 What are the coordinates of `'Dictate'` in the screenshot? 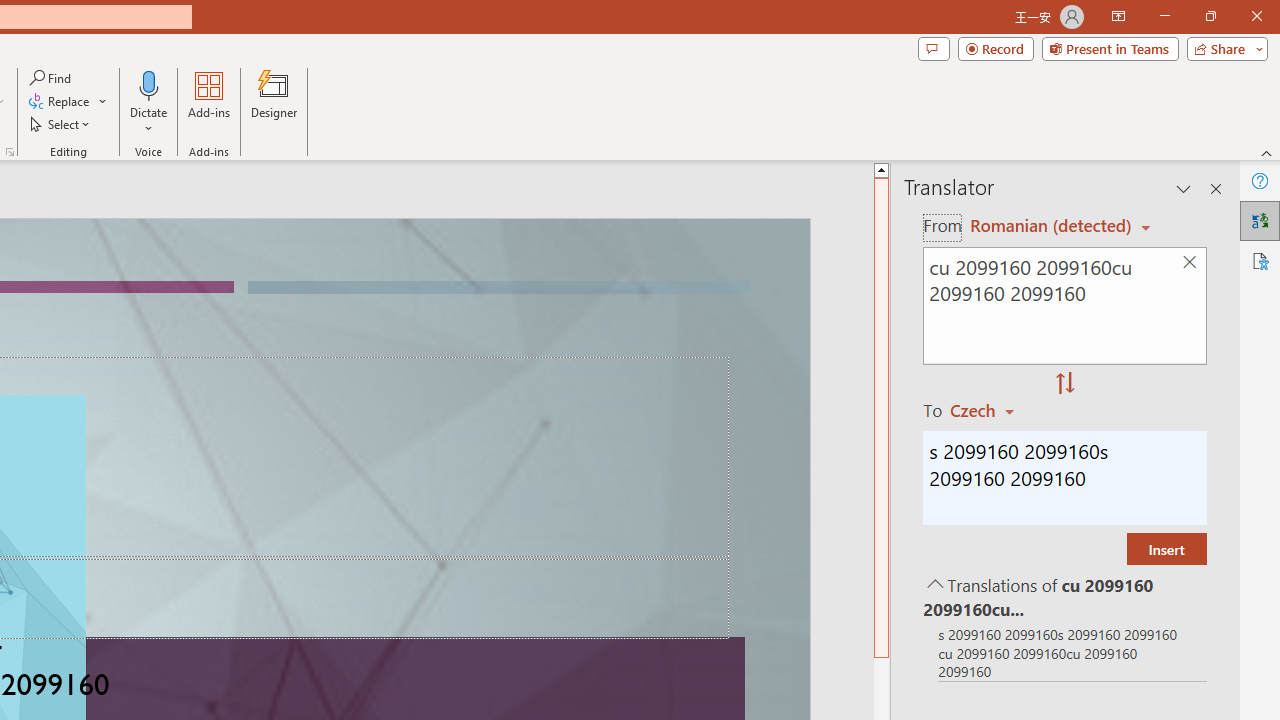 It's located at (148, 84).